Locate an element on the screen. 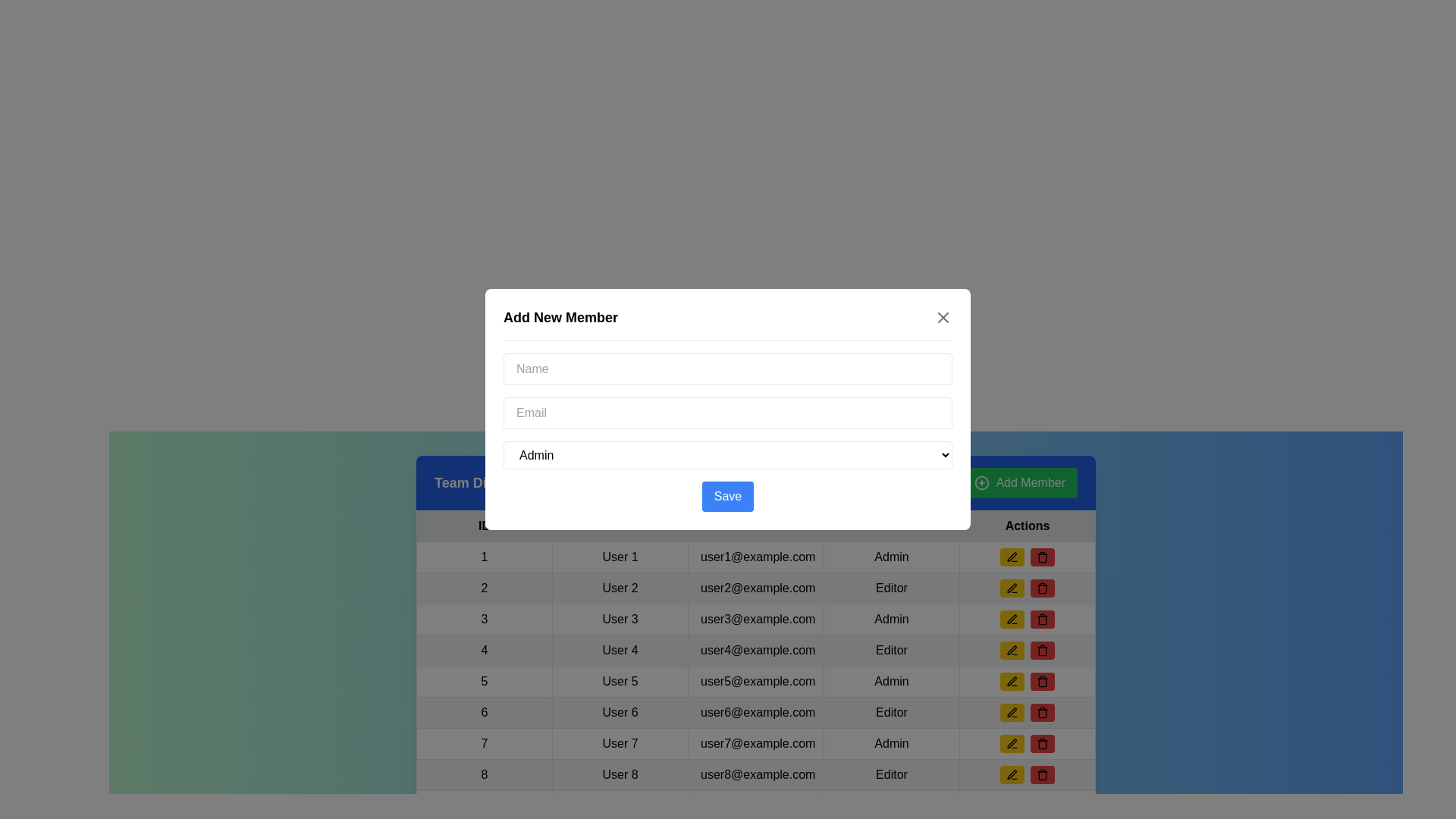 This screenshot has height=819, width=1456. the close button represented by an 'X' icon in the top-right corner of the modal header is located at coordinates (942, 317).